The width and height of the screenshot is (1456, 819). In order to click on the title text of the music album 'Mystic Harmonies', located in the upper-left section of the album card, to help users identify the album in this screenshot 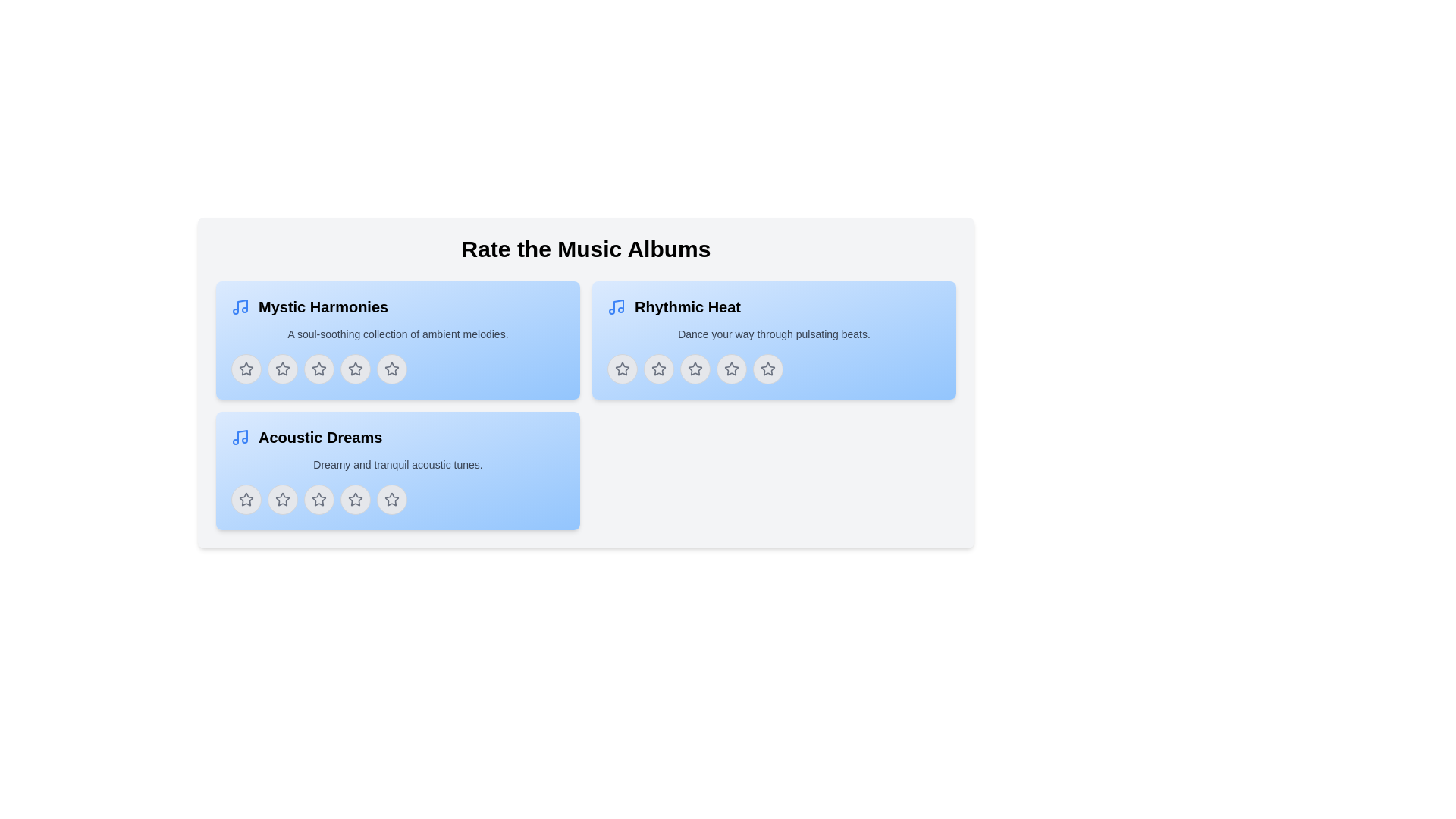, I will do `click(322, 307)`.